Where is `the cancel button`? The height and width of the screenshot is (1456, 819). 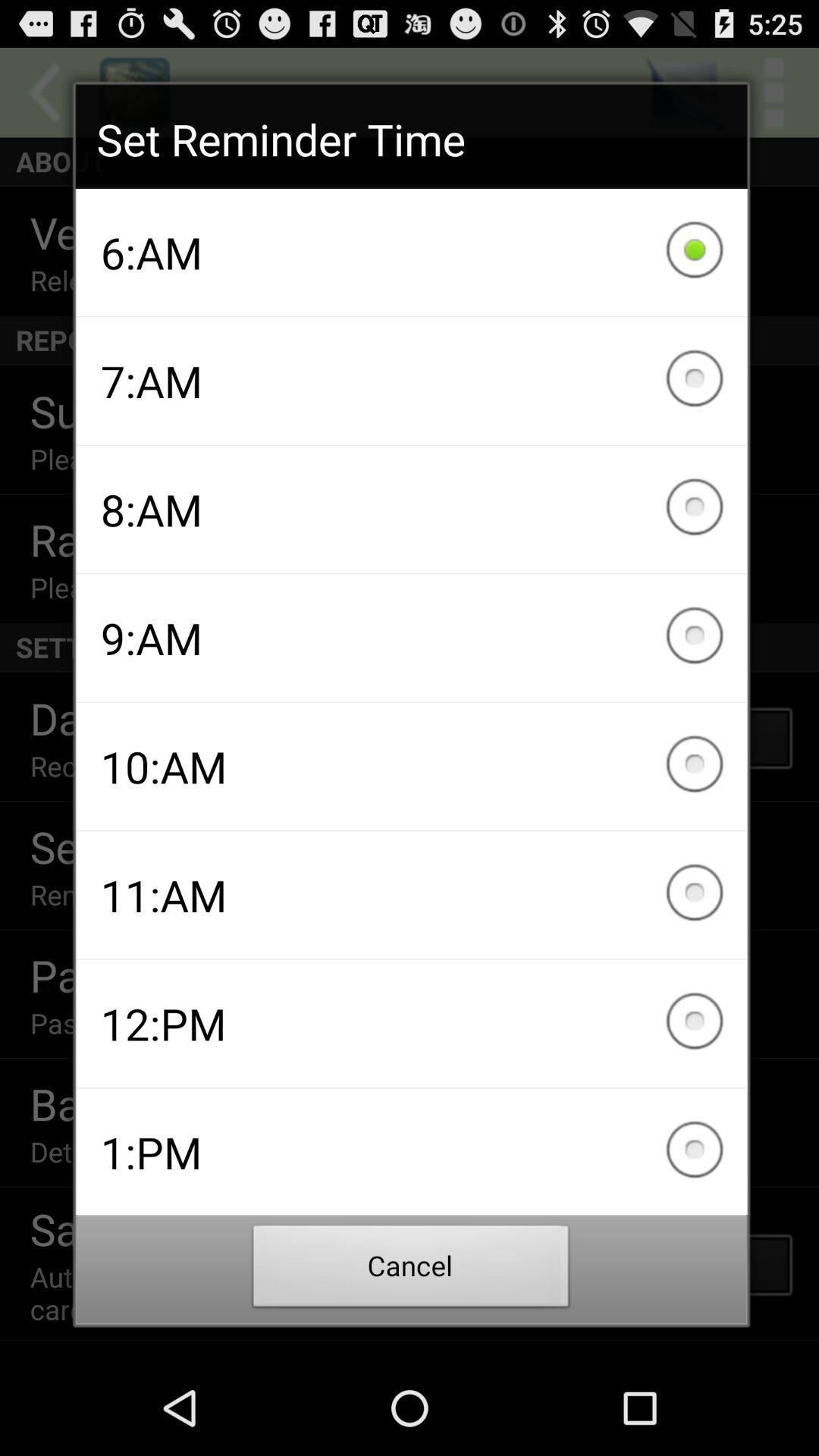
the cancel button is located at coordinates (411, 1270).